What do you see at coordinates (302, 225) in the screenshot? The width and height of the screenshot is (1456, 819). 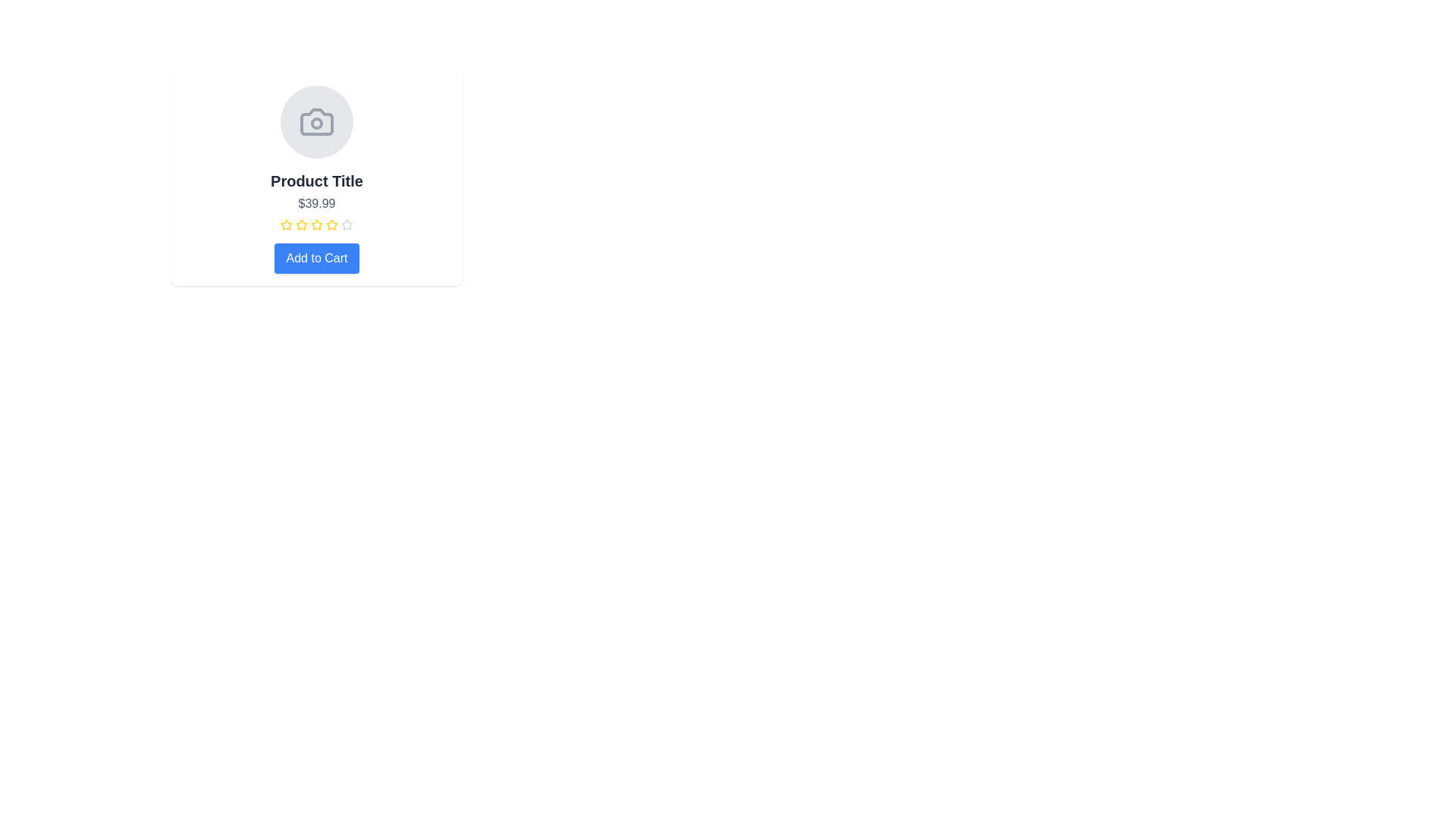 I see `the third star icon in the product rating system, which is located in the middle of the UI component showcasing product details` at bounding box center [302, 225].